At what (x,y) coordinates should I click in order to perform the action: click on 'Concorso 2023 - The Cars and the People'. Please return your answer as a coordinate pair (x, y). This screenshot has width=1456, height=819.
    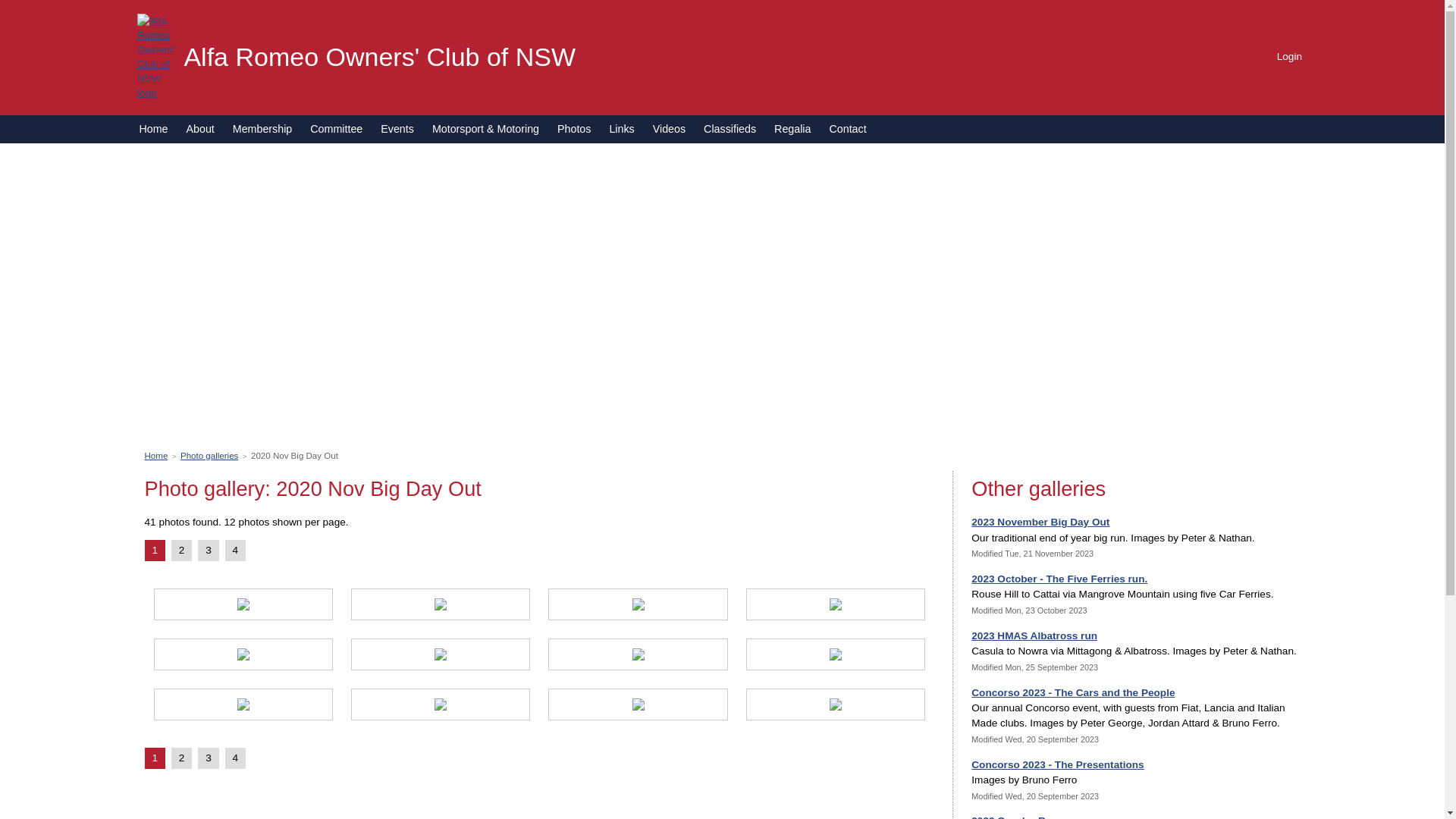
    Looking at the image, I should click on (1072, 692).